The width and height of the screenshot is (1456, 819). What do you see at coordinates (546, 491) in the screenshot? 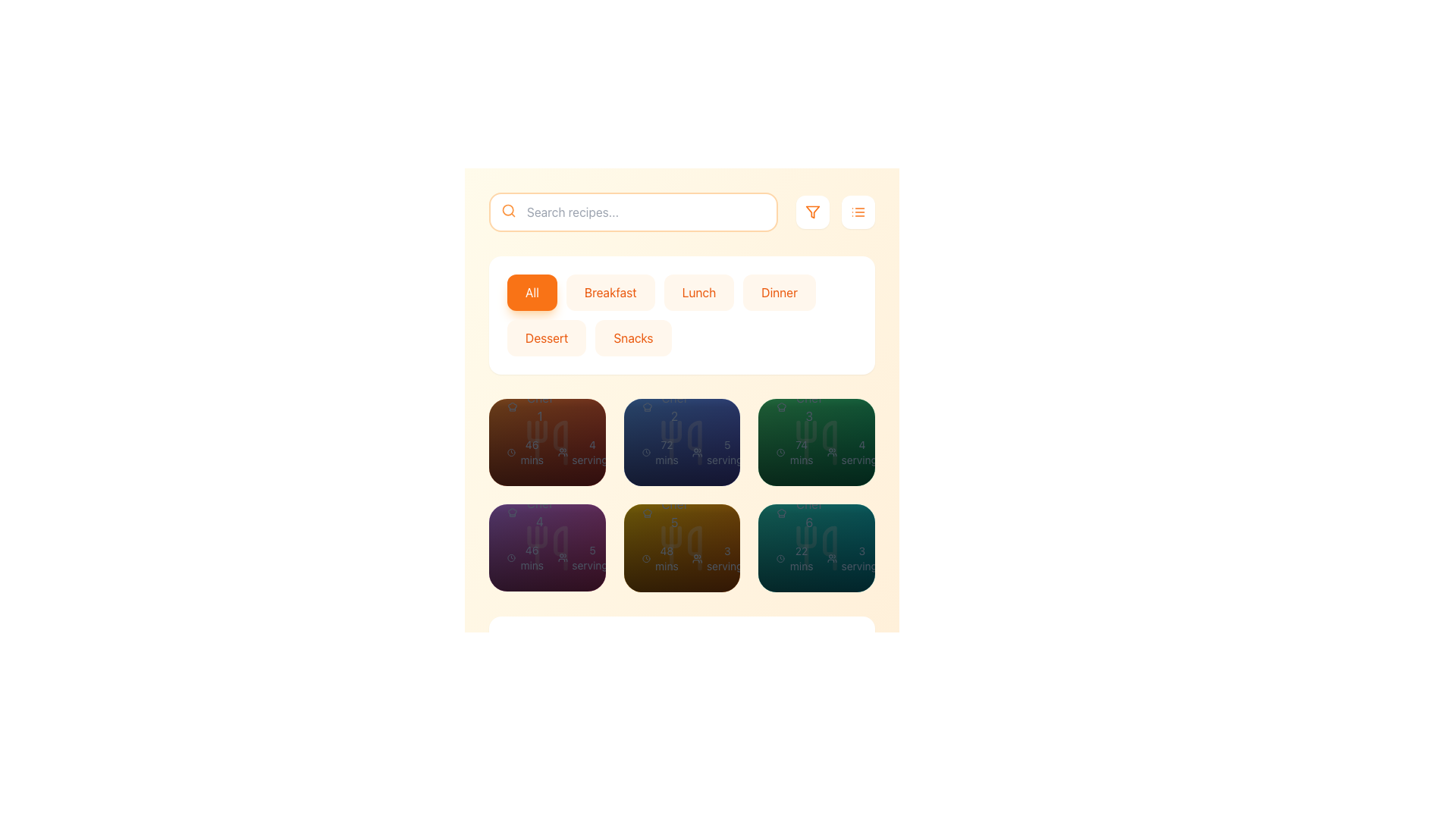
I see `the Display Card Header of the second card in the grid` at bounding box center [546, 491].